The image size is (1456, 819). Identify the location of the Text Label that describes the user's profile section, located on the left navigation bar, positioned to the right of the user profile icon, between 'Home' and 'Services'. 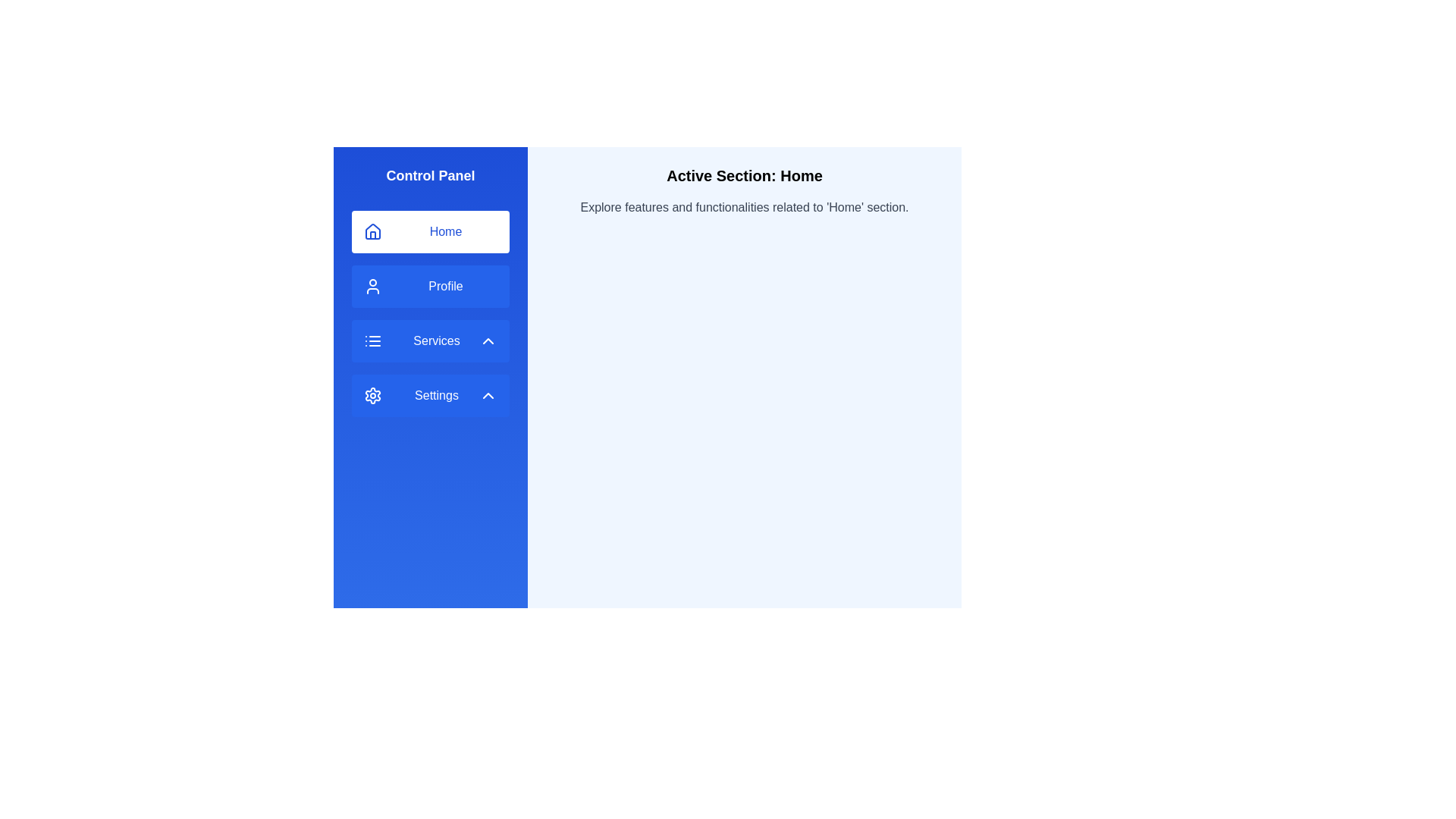
(445, 287).